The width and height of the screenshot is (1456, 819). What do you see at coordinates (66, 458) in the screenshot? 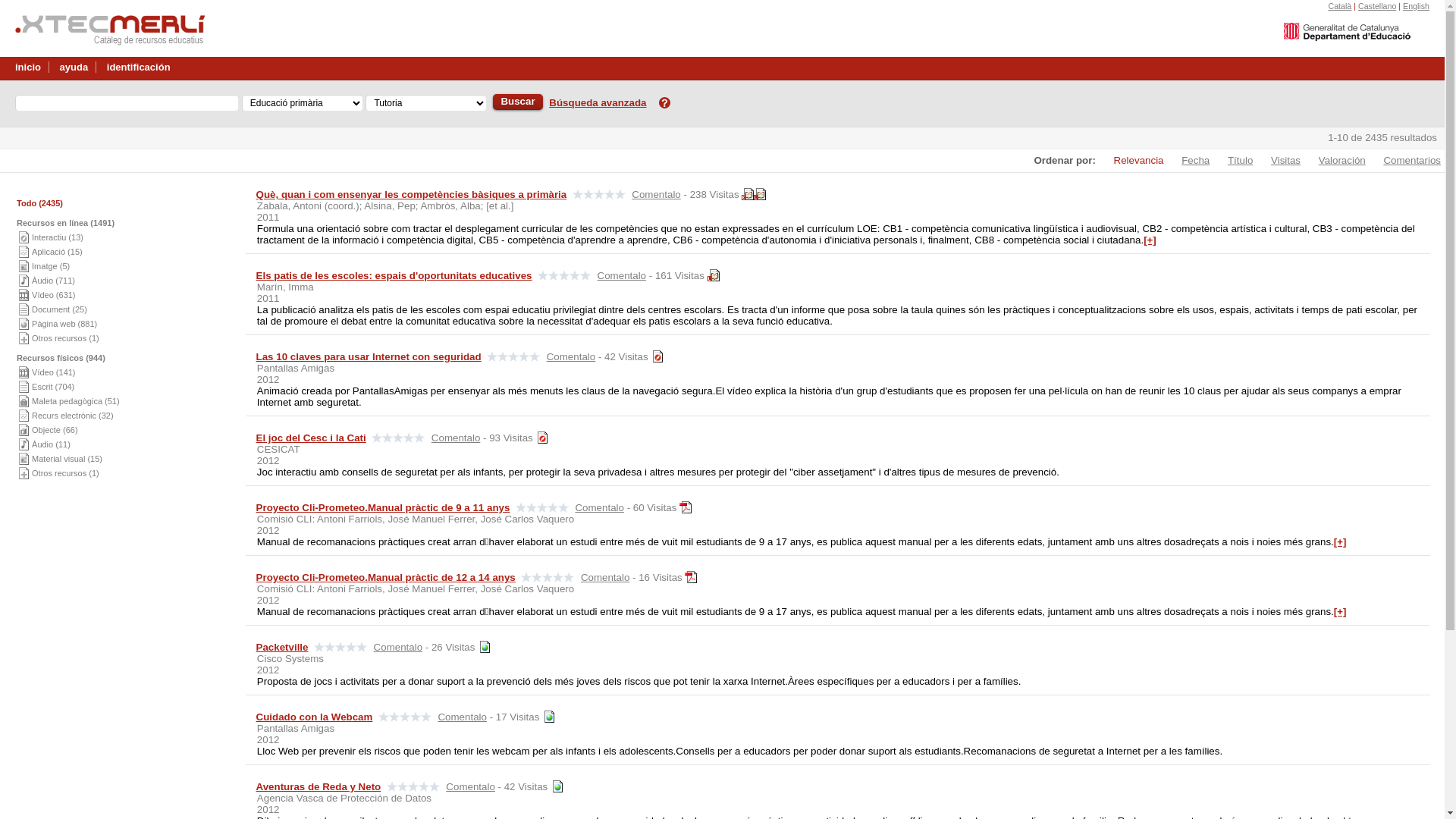
I see `'Material visual (15)'` at bounding box center [66, 458].